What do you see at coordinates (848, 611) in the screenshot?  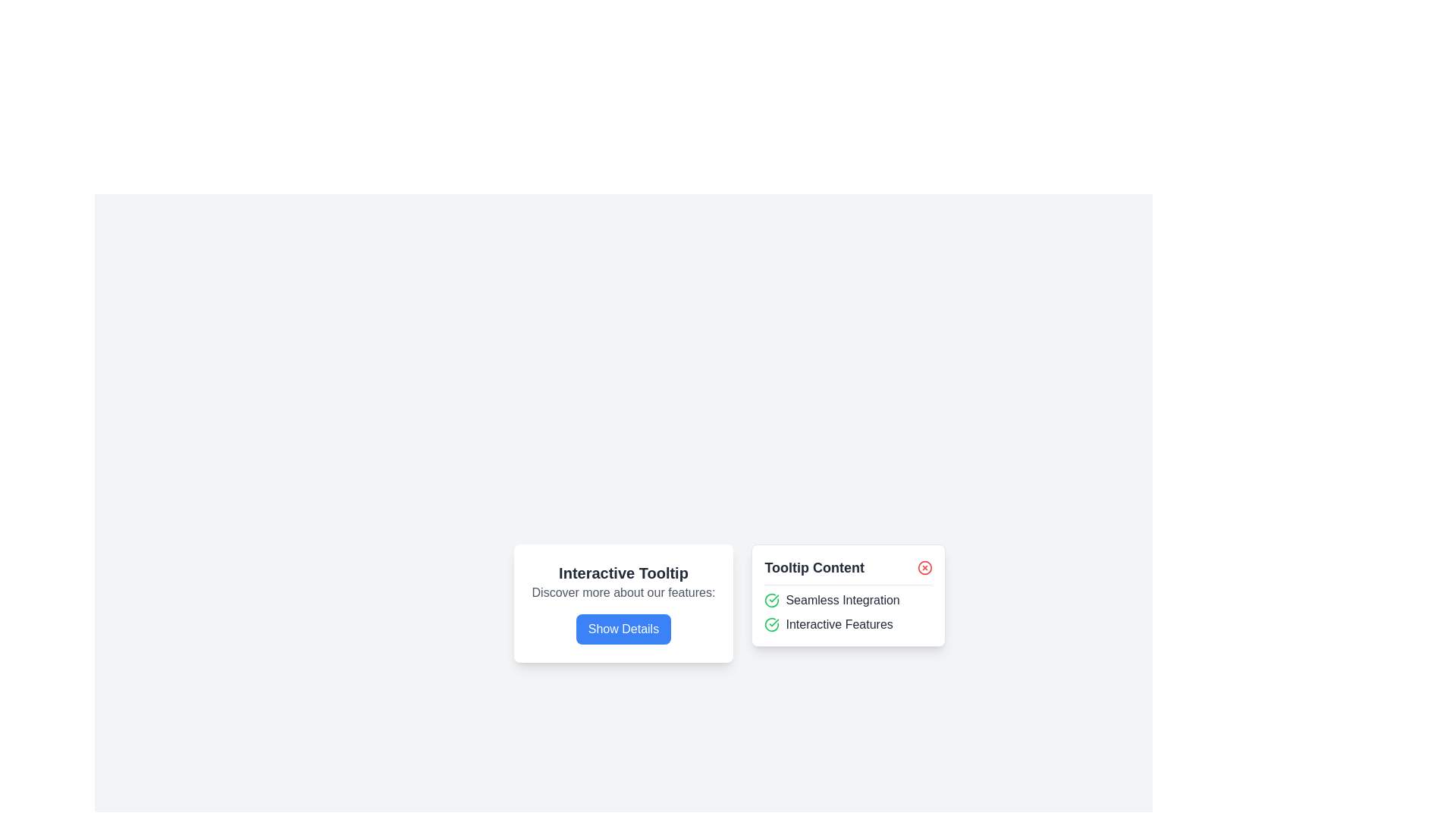 I see `the feature list with confirmation icons located below the 'Tooltip Content' section in the tooltip box` at bounding box center [848, 611].